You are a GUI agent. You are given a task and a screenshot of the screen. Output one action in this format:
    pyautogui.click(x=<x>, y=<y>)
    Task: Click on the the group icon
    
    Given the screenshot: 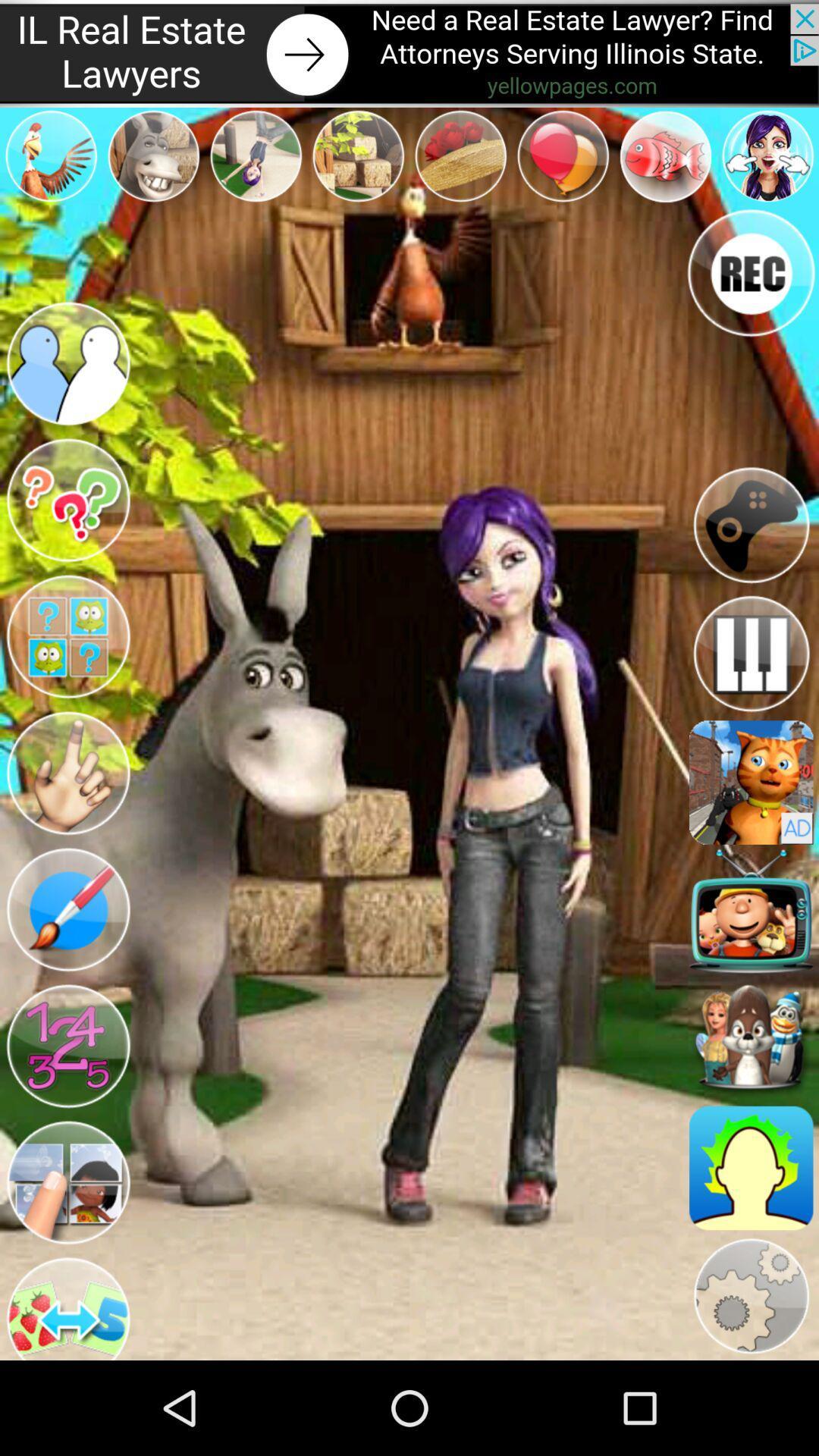 What is the action you would take?
    pyautogui.click(x=67, y=389)
    